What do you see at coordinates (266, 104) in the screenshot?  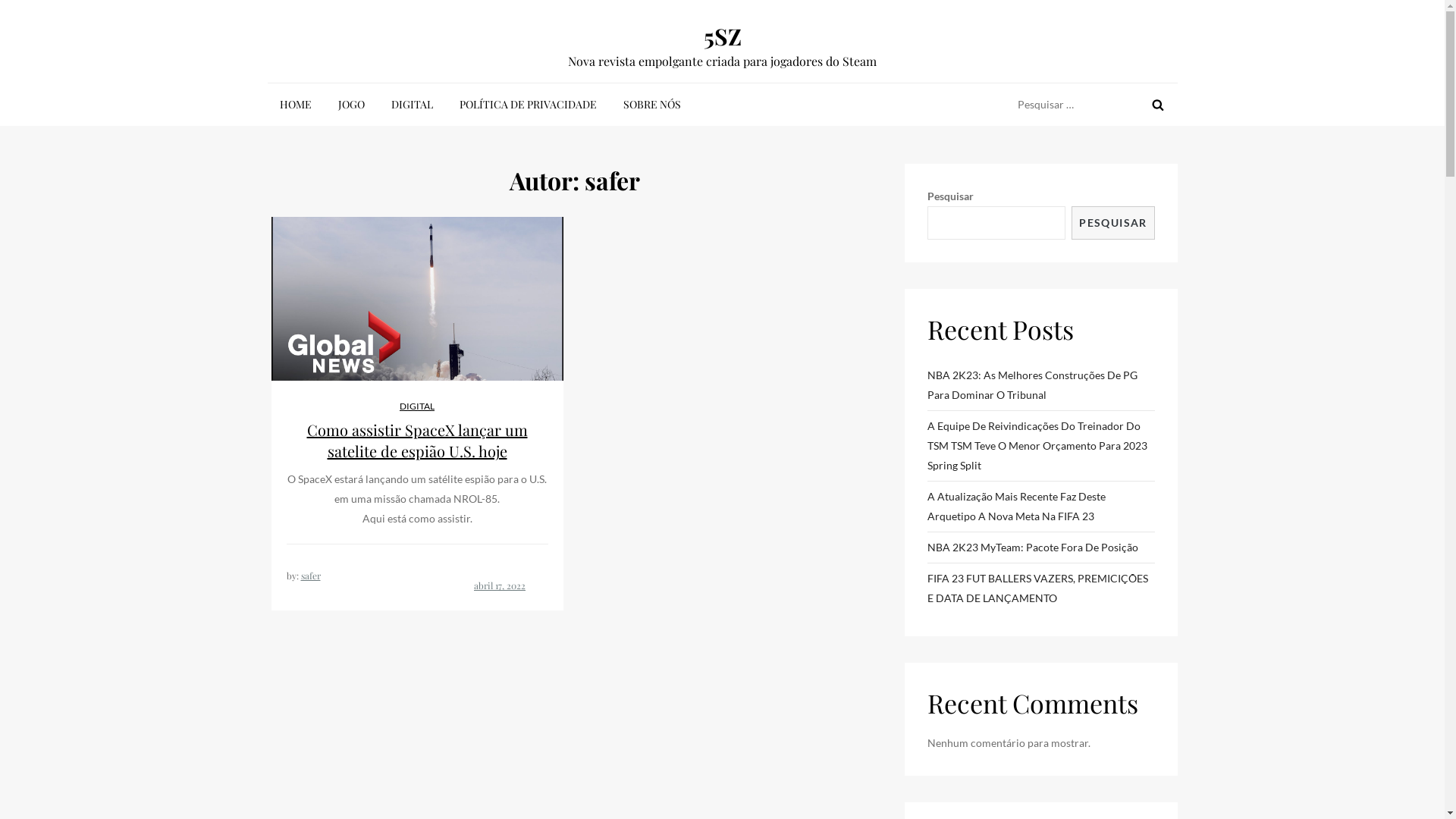 I see `'HOME'` at bounding box center [266, 104].